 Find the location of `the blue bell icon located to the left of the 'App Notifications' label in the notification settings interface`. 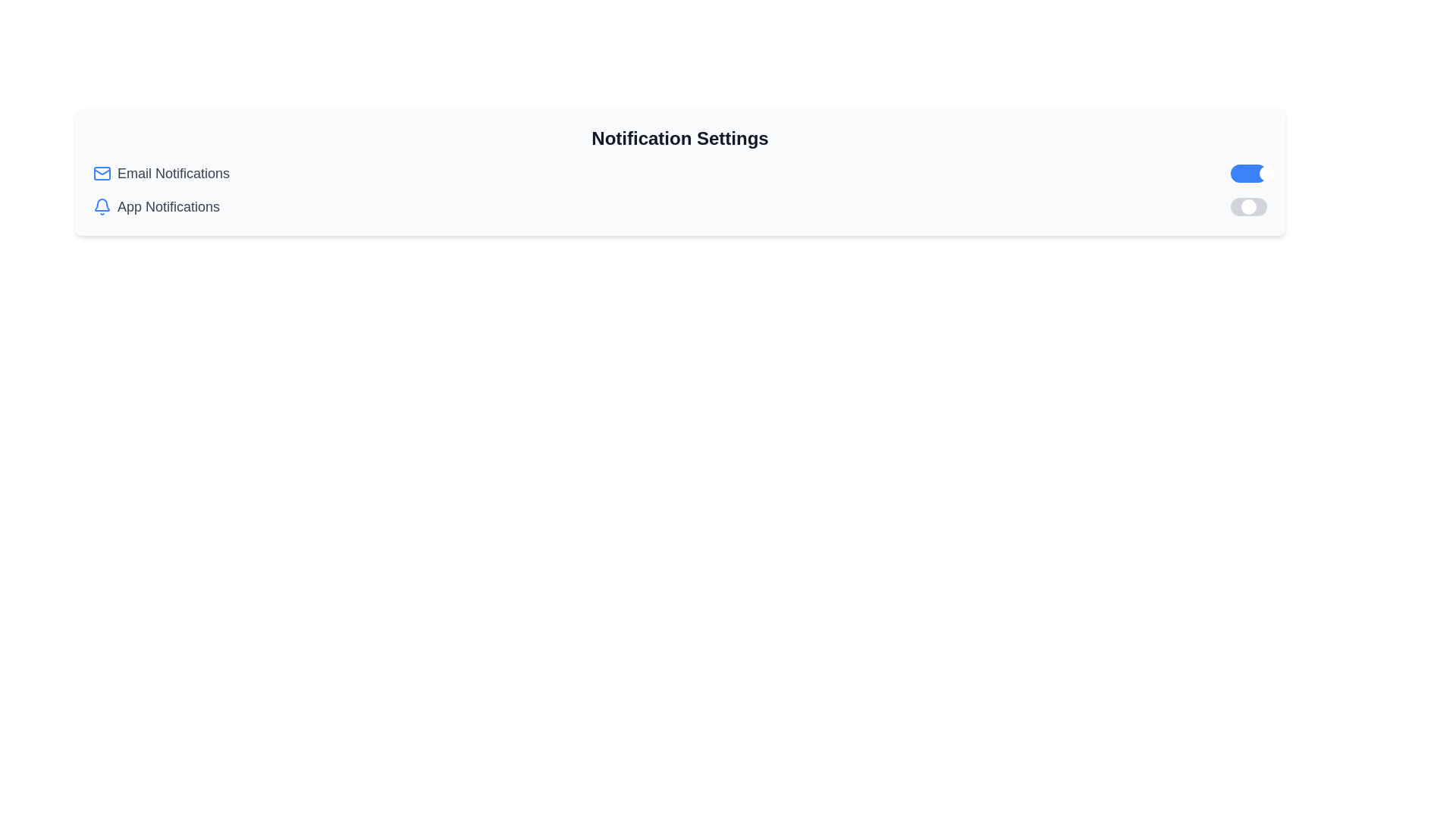

the blue bell icon located to the left of the 'App Notifications' label in the notification settings interface is located at coordinates (101, 205).